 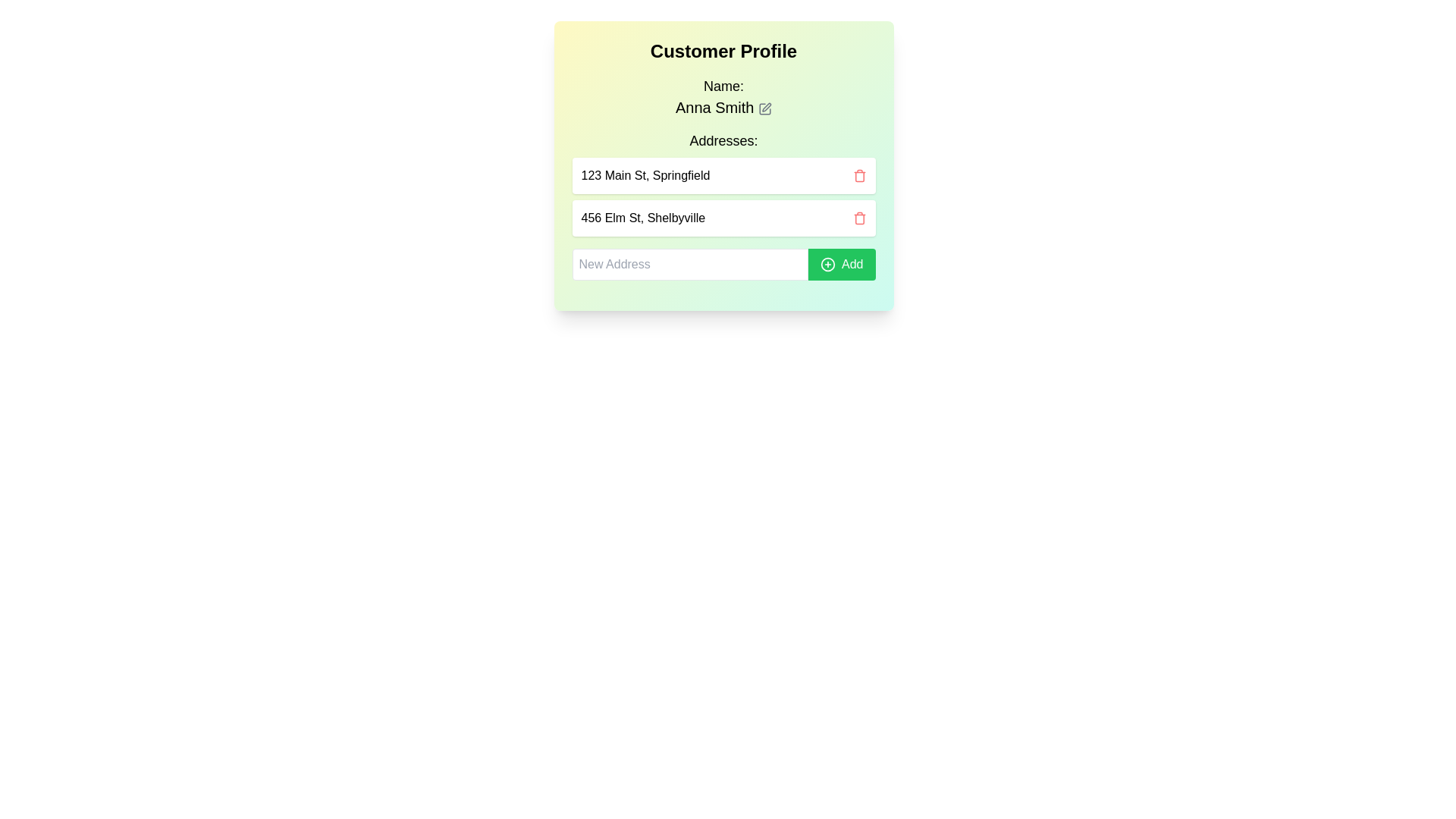 What do you see at coordinates (841, 263) in the screenshot?
I see `the button used to add a new address in the 'Customer Profile' card` at bounding box center [841, 263].